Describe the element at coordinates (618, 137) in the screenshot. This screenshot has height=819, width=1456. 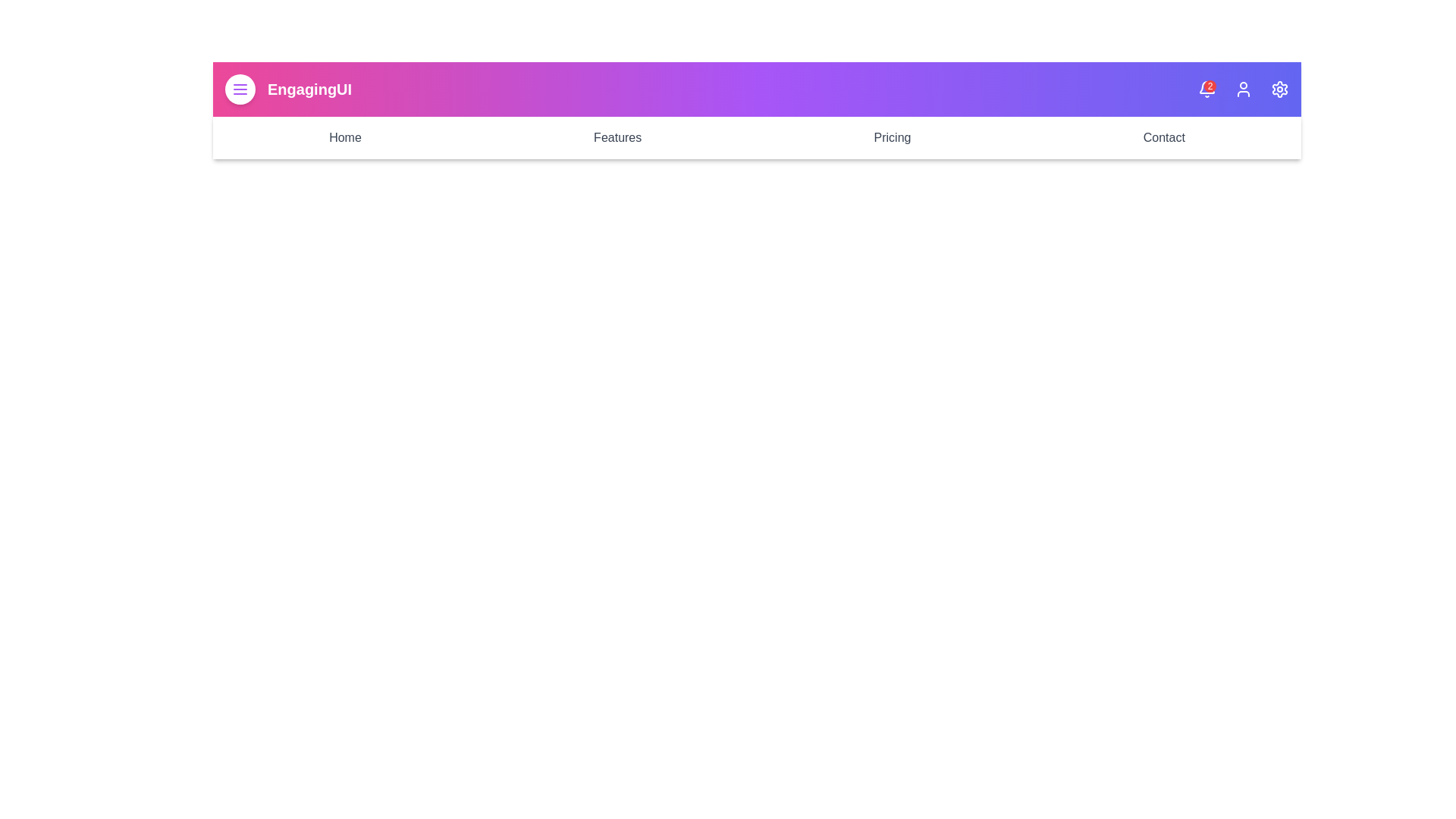
I see `the Features navigation link` at that location.